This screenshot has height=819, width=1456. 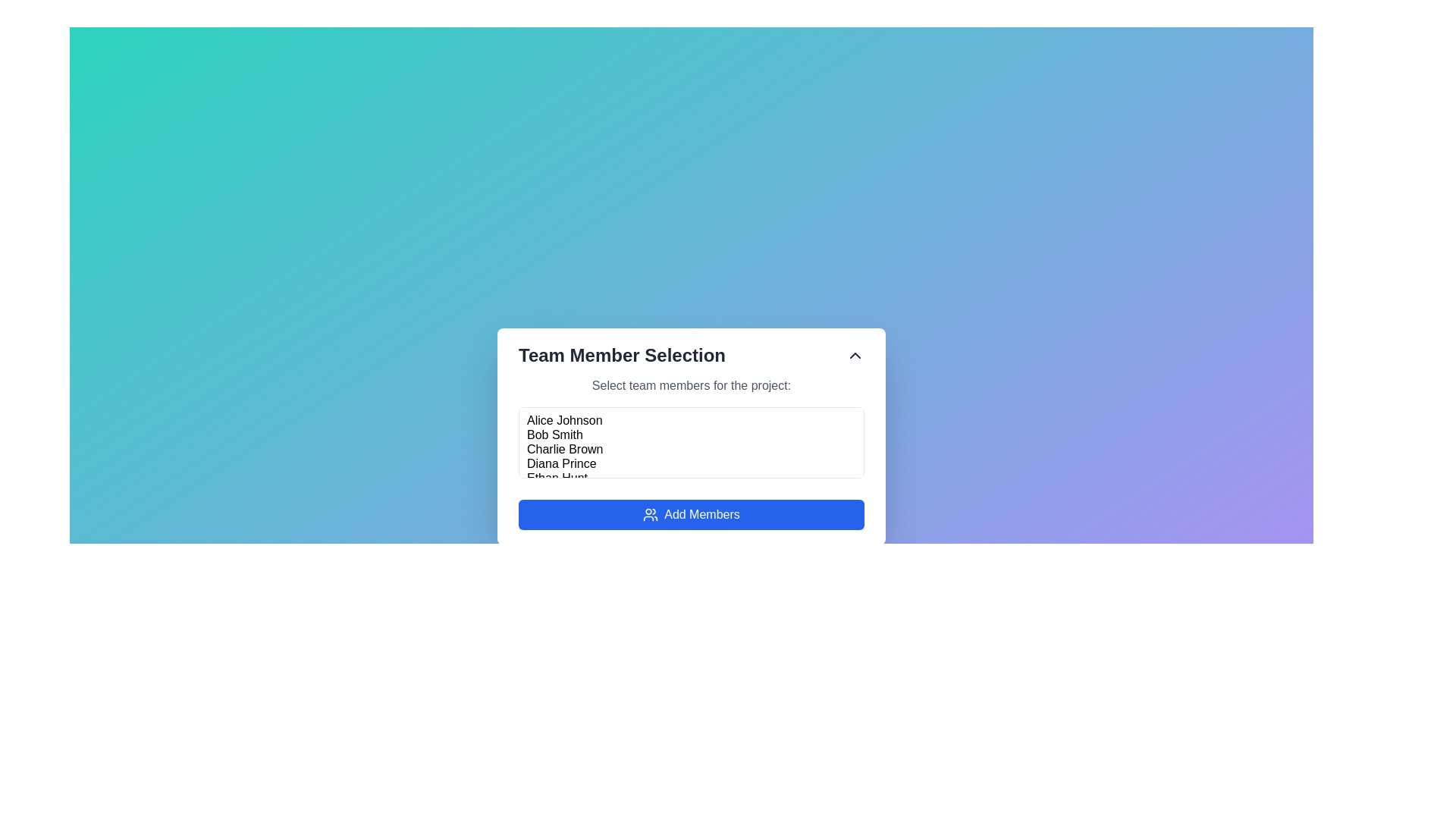 What do you see at coordinates (691, 513) in the screenshot?
I see `the button located at the bottom of the 'Team Member Selection' card` at bounding box center [691, 513].